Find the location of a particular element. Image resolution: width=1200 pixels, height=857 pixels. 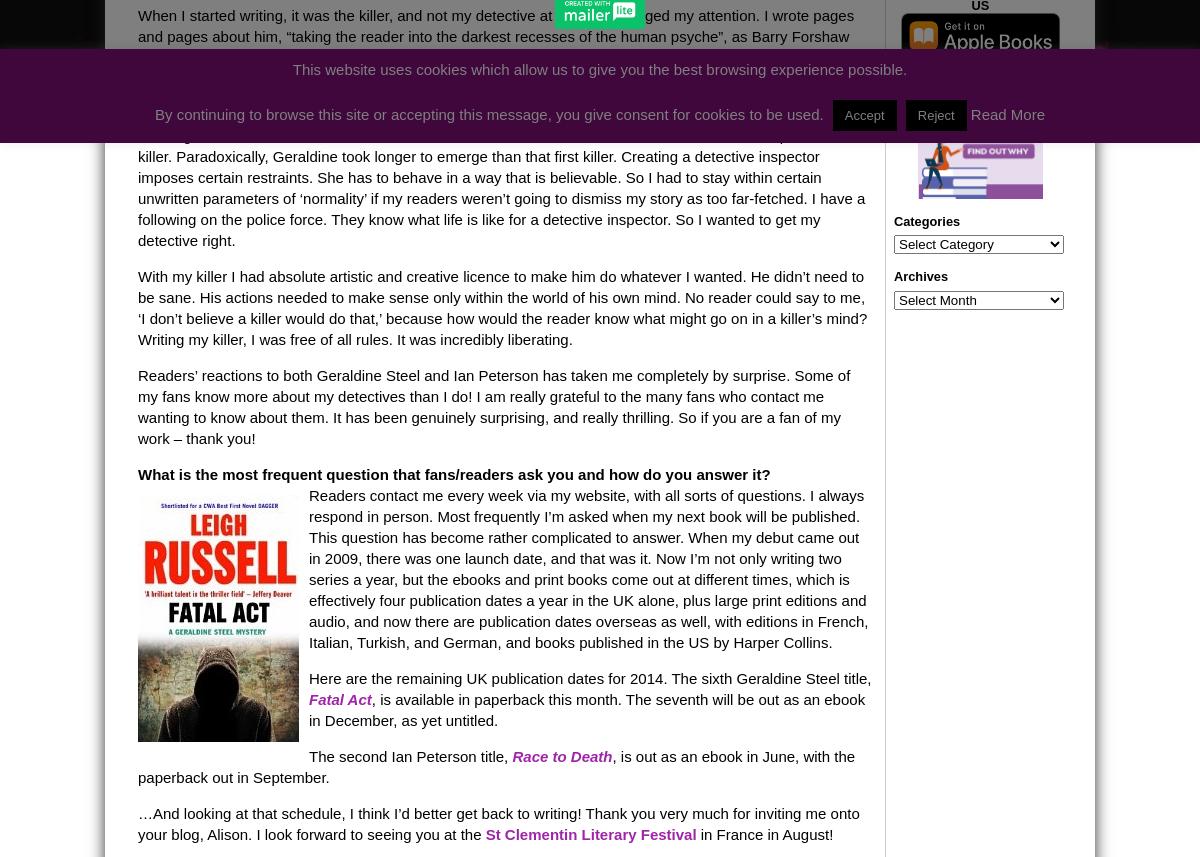

'With my killer I had absolute artistic and creative licence to make him do whatever I wanted. He didn’t need to be sane. His actions needed to make sense only within the world of his own mind. No reader could say to me, ‘I don’t believe a killer would do that,’ because how would the reader know what might go on in a killer’s mind? Writing my killer, I was free of all rules. It was incredibly liberating.' is located at coordinates (501, 305).